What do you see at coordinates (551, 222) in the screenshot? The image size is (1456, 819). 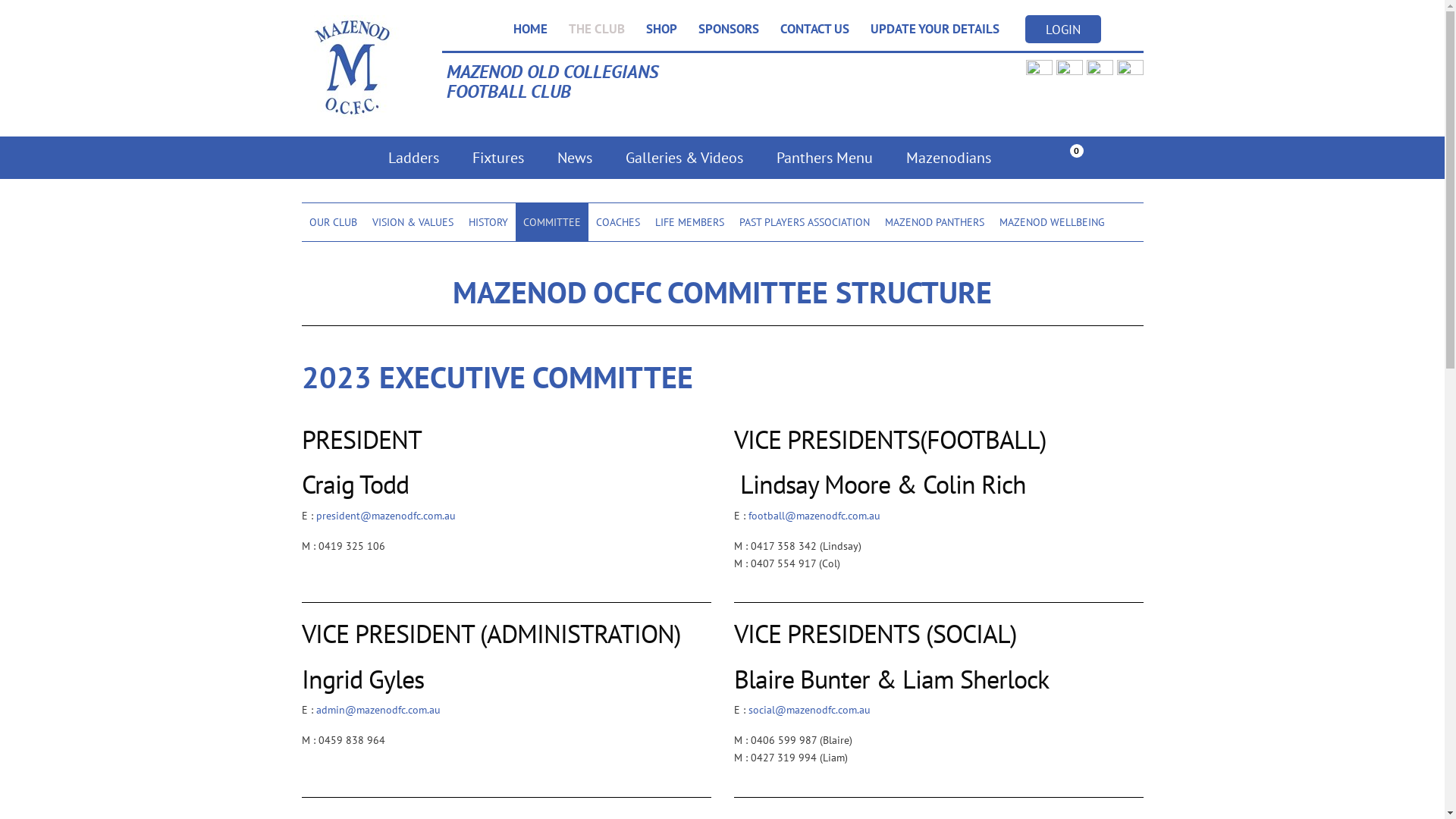 I see `'COMMITTEE'` at bounding box center [551, 222].